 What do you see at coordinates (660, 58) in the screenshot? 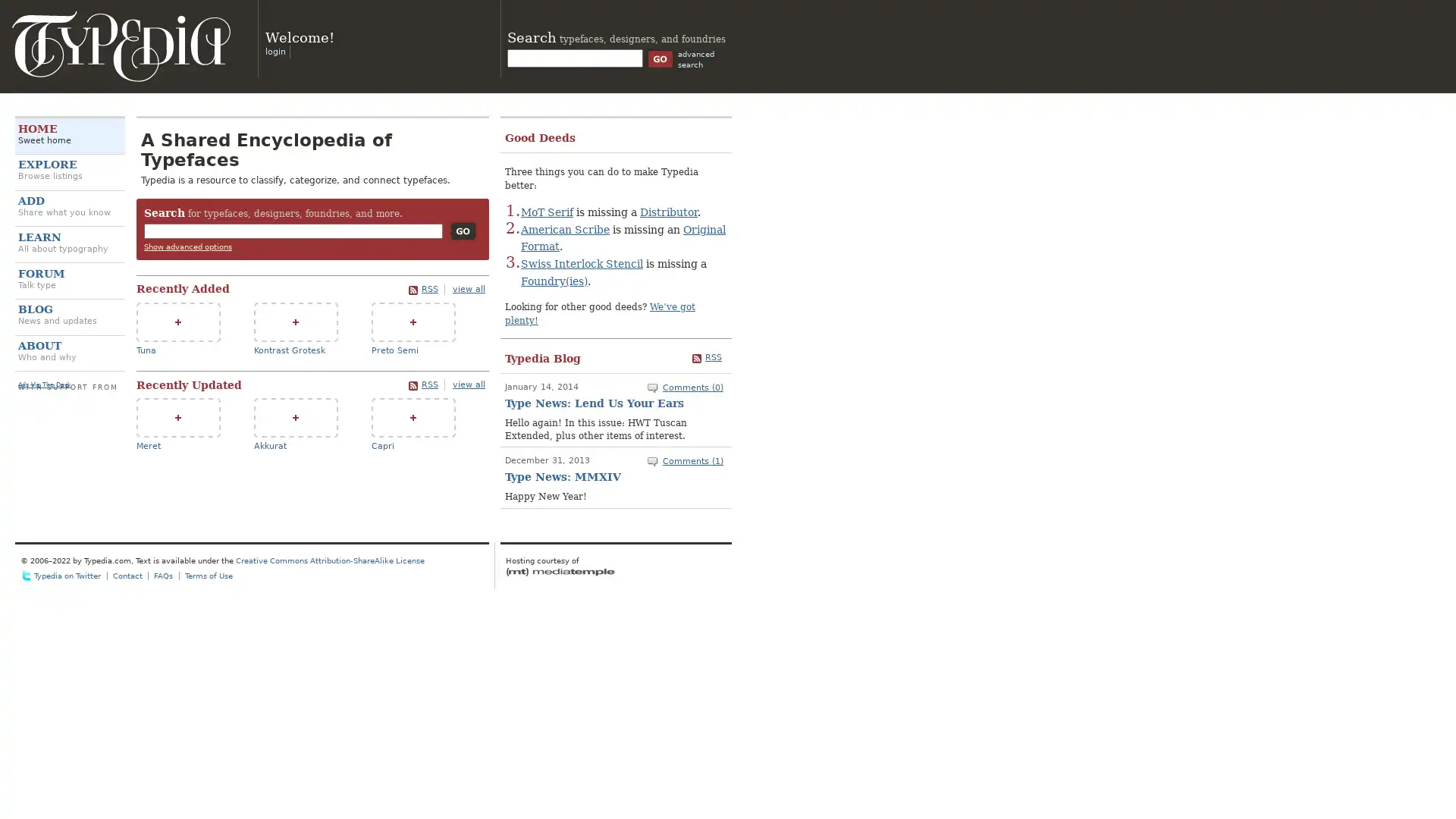
I see `Go` at bounding box center [660, 58].